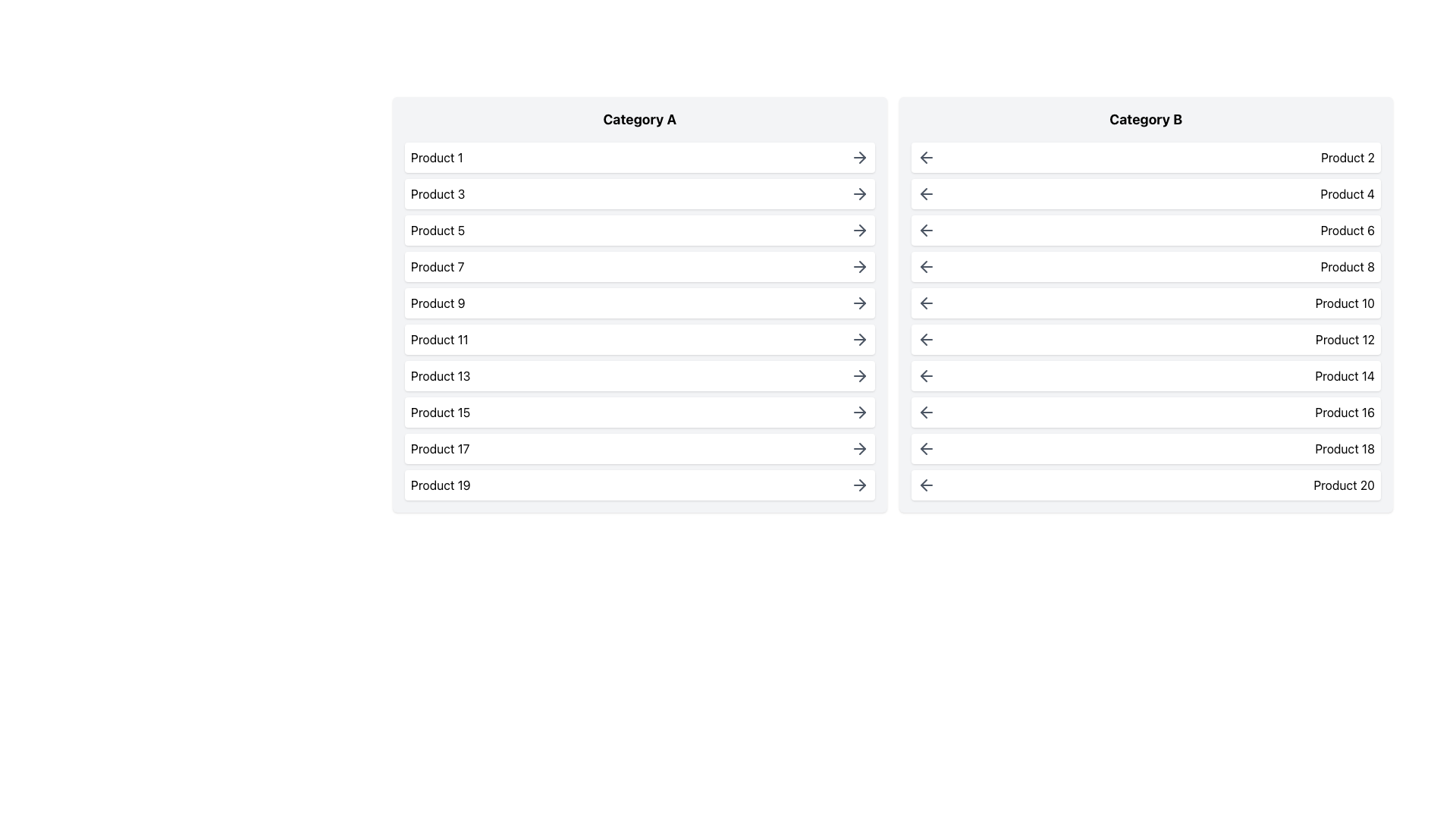  What do you see at coordinates (437, 303) in the screenshot?
I see `the text label that identifies a product in the first position of the fifth row within the 'Category A' panel` at bounding box center [437, 303].